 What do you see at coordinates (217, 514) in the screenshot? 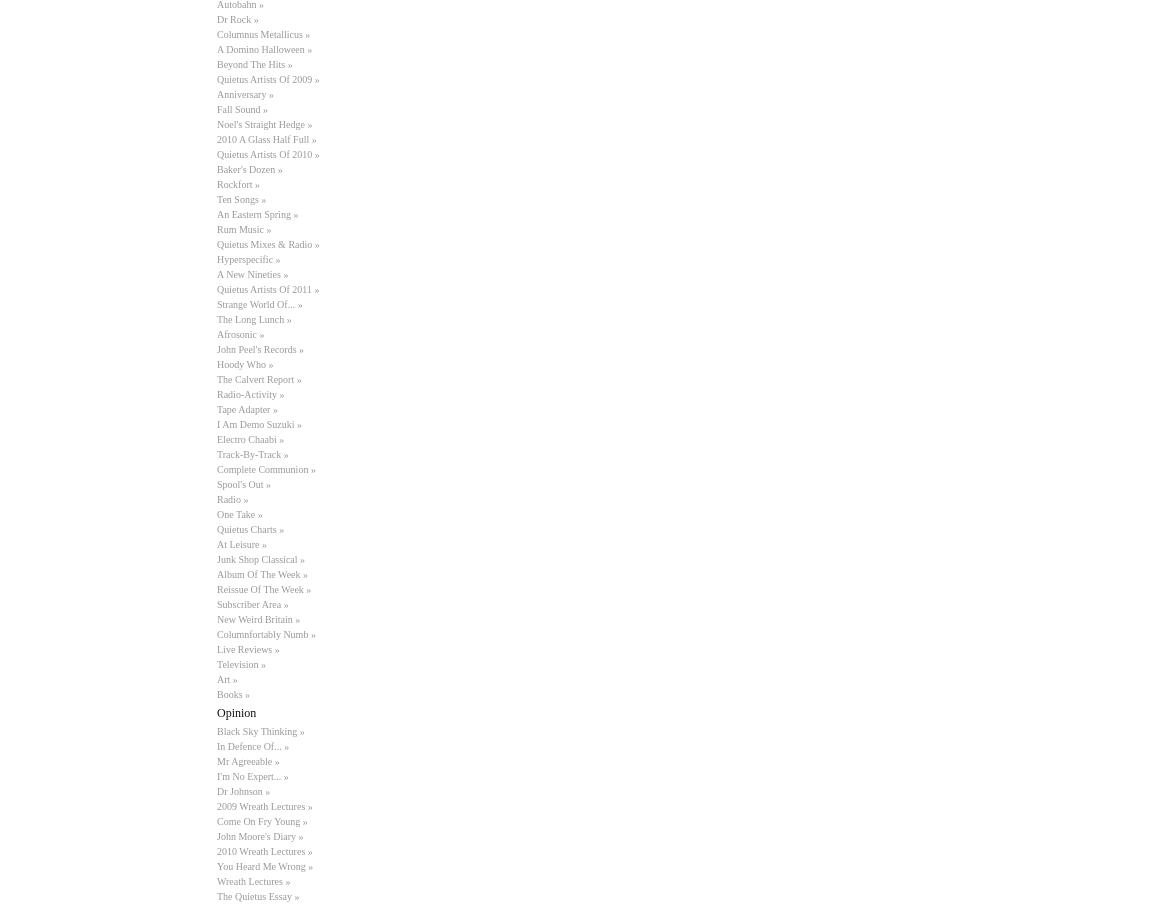
I see `'One Take »'` at bounding box center [217, 514].